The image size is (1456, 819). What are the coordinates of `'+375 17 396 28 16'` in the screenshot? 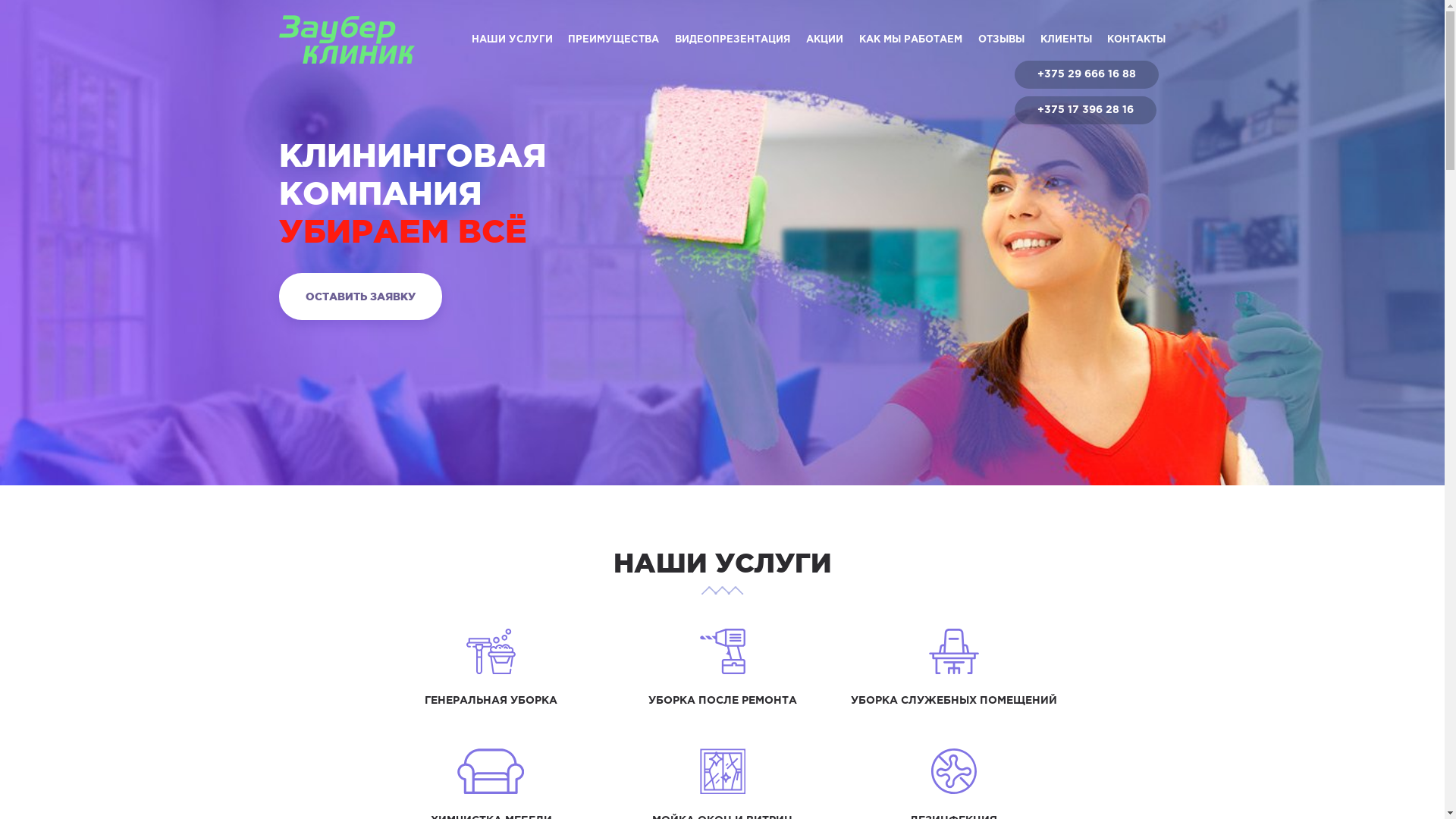 It's located at (1037, 109).